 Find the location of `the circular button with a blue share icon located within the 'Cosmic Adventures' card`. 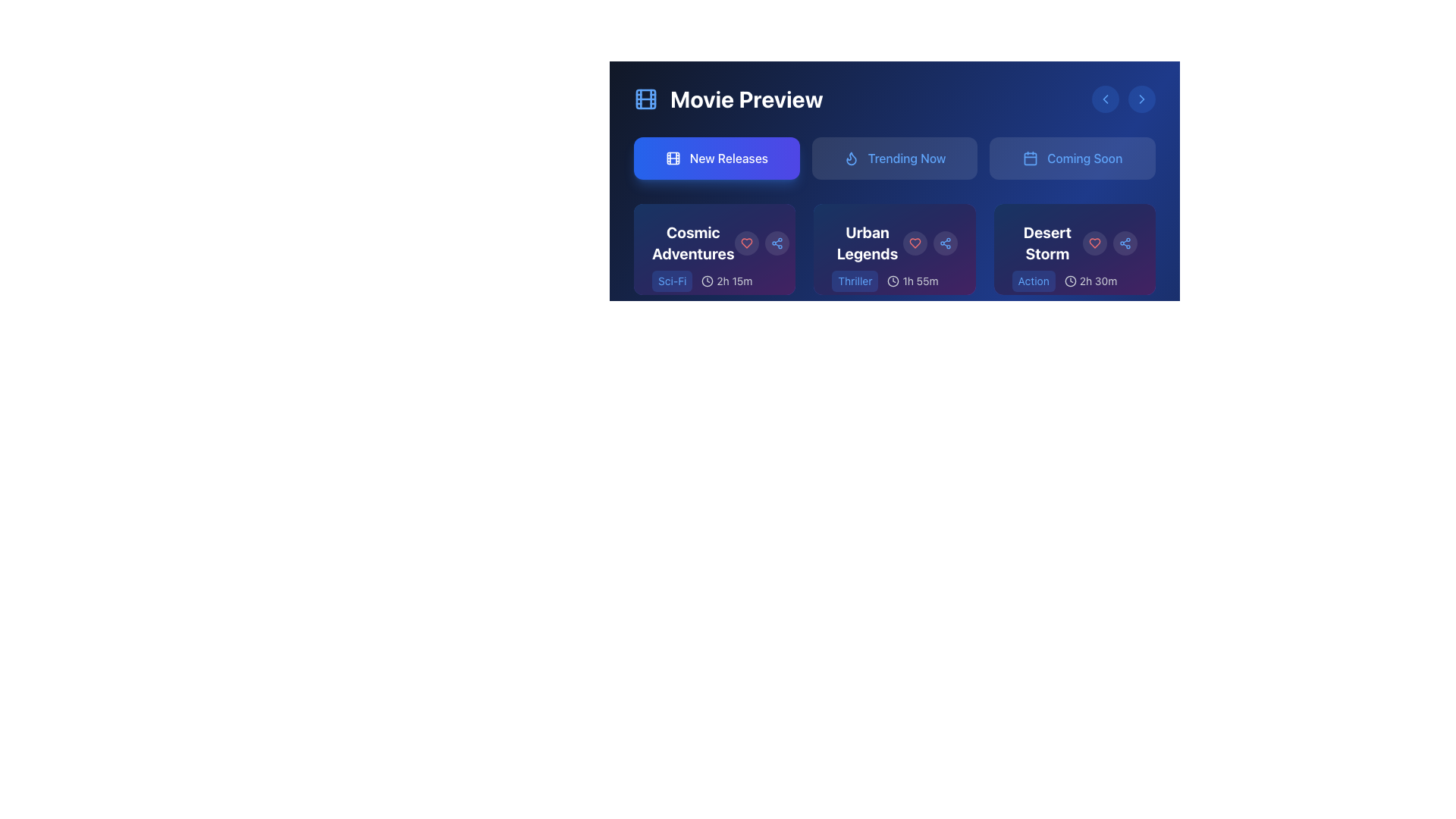

the circular button with a blue share icon located within the 'Cosmic Adventures' card is located at coordinates (777, 242).